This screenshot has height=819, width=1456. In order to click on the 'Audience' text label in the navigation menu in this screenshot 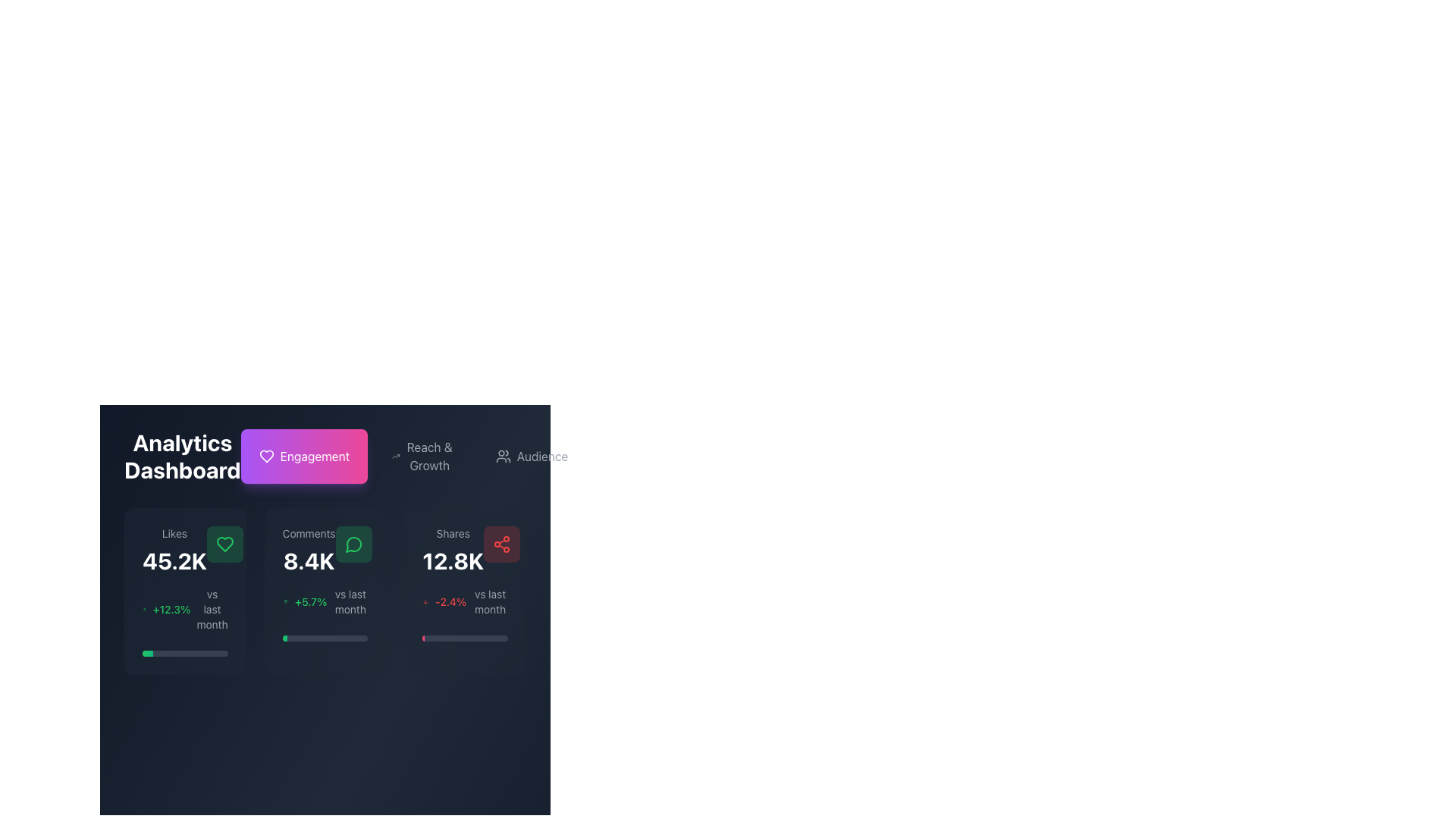, I will do `click(542, 455)`.